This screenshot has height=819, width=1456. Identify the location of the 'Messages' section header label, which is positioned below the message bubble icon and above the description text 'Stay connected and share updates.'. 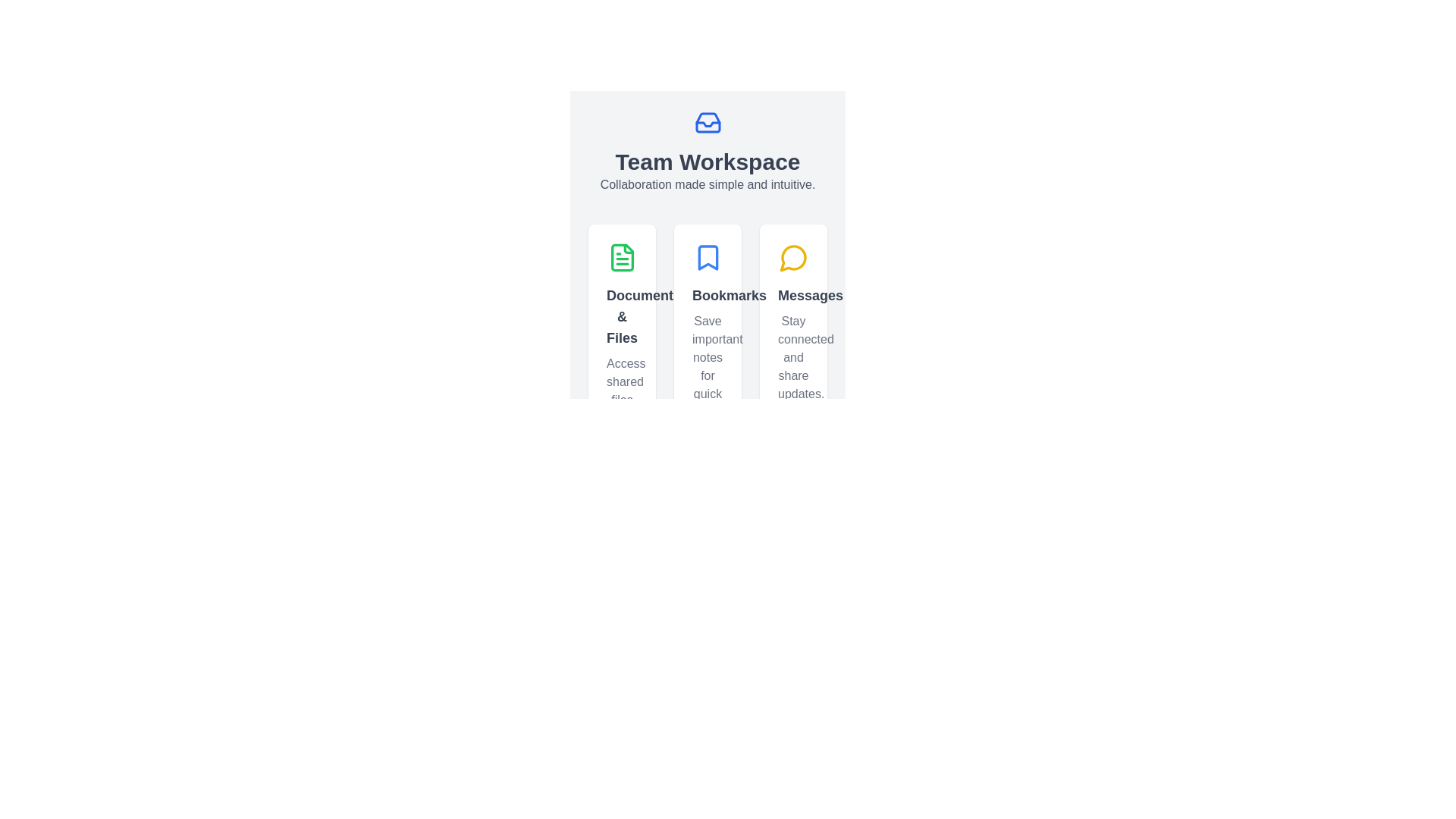
(792, 295).